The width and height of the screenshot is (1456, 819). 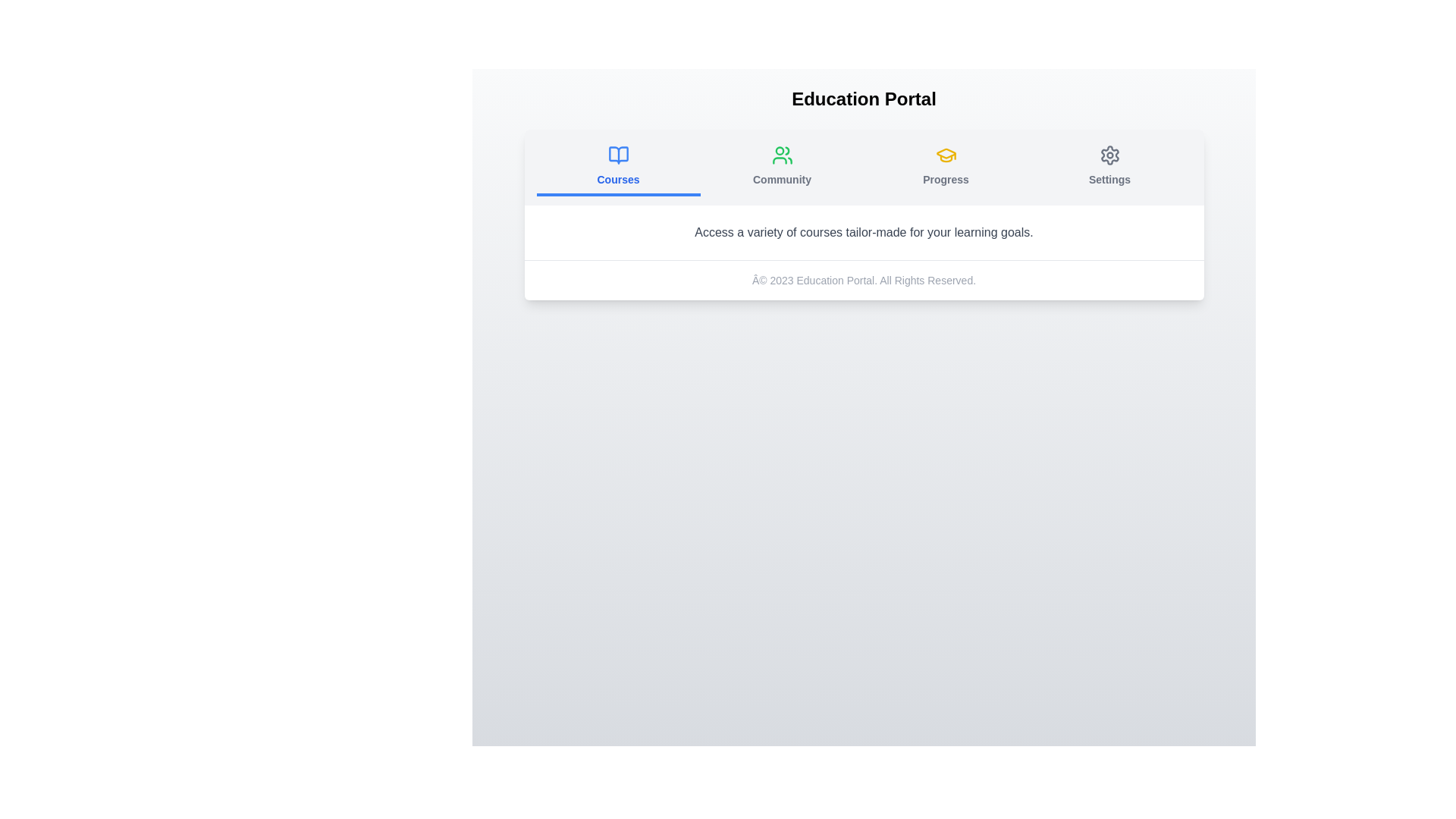 I want to click on the gear icon located in the top-right section of the interface, so click(x=1109, y=155).